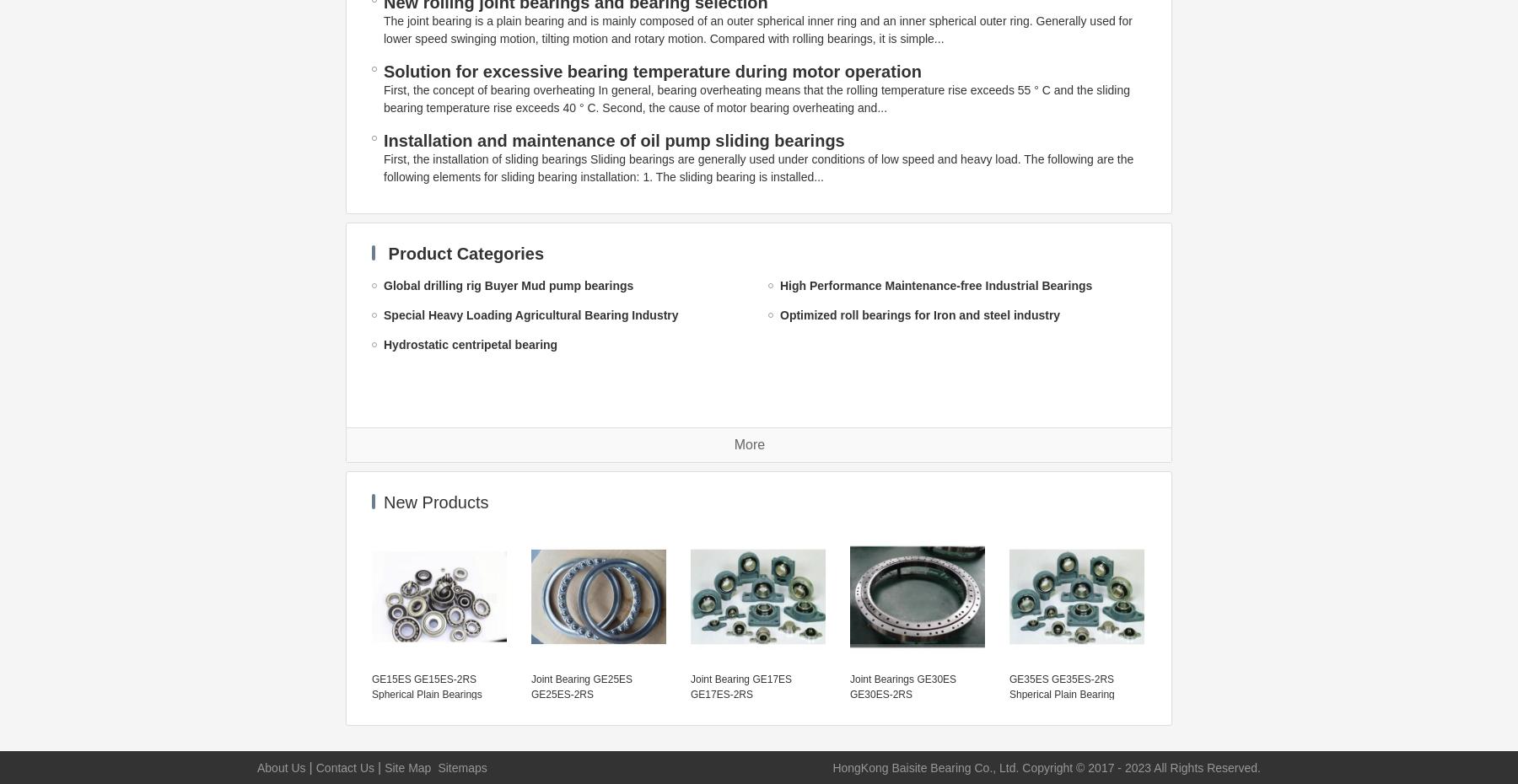  What do you see at coordinates (1061, 685) in the screenshot?
I see `'GE35ES GE35ES-2RS Shperical Plain Bearing'` at bounding box center [1061, 685].